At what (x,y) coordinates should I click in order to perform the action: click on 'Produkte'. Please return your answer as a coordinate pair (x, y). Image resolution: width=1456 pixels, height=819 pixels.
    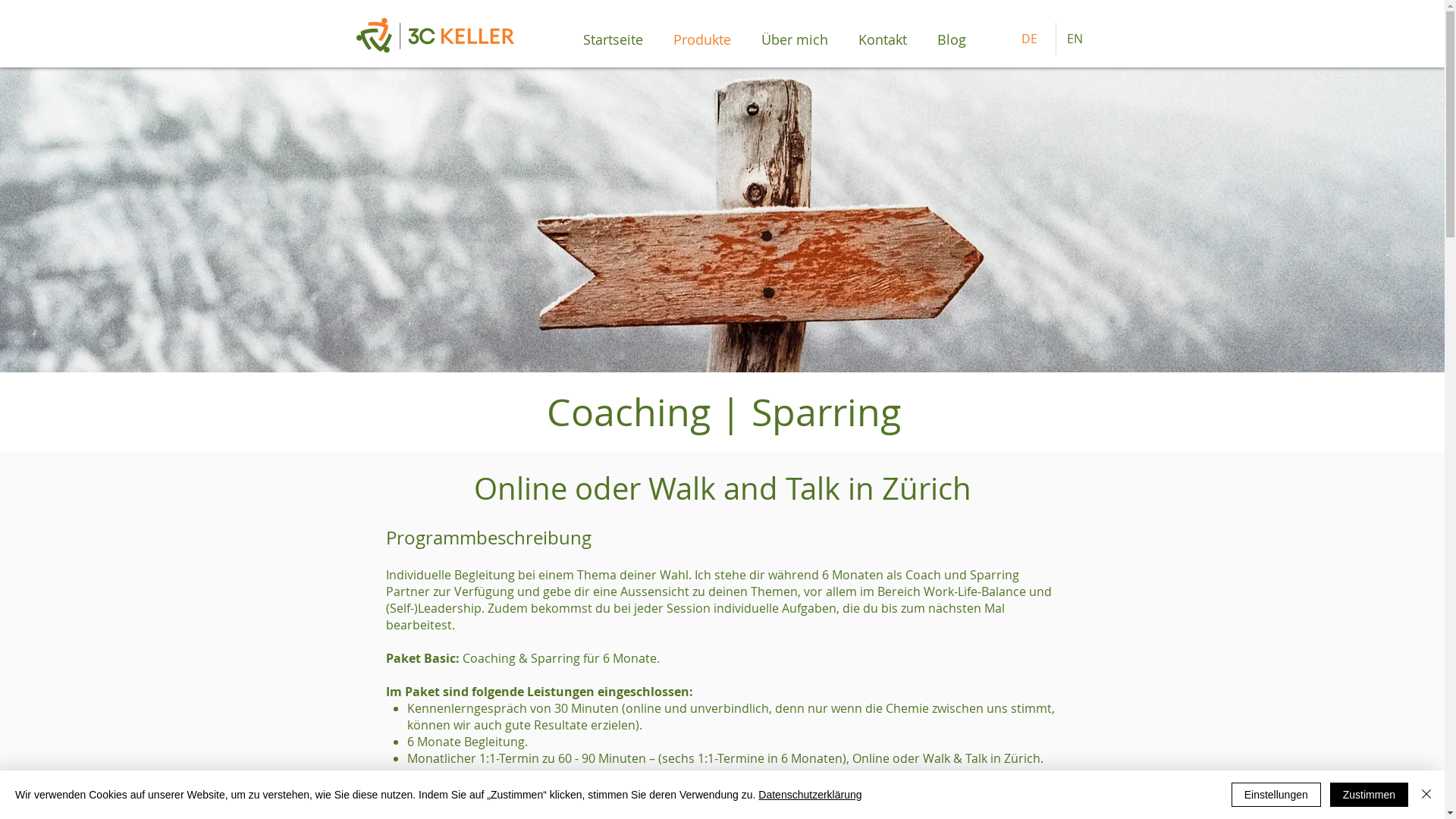
    Looking at the image, I should click on (701, 38).